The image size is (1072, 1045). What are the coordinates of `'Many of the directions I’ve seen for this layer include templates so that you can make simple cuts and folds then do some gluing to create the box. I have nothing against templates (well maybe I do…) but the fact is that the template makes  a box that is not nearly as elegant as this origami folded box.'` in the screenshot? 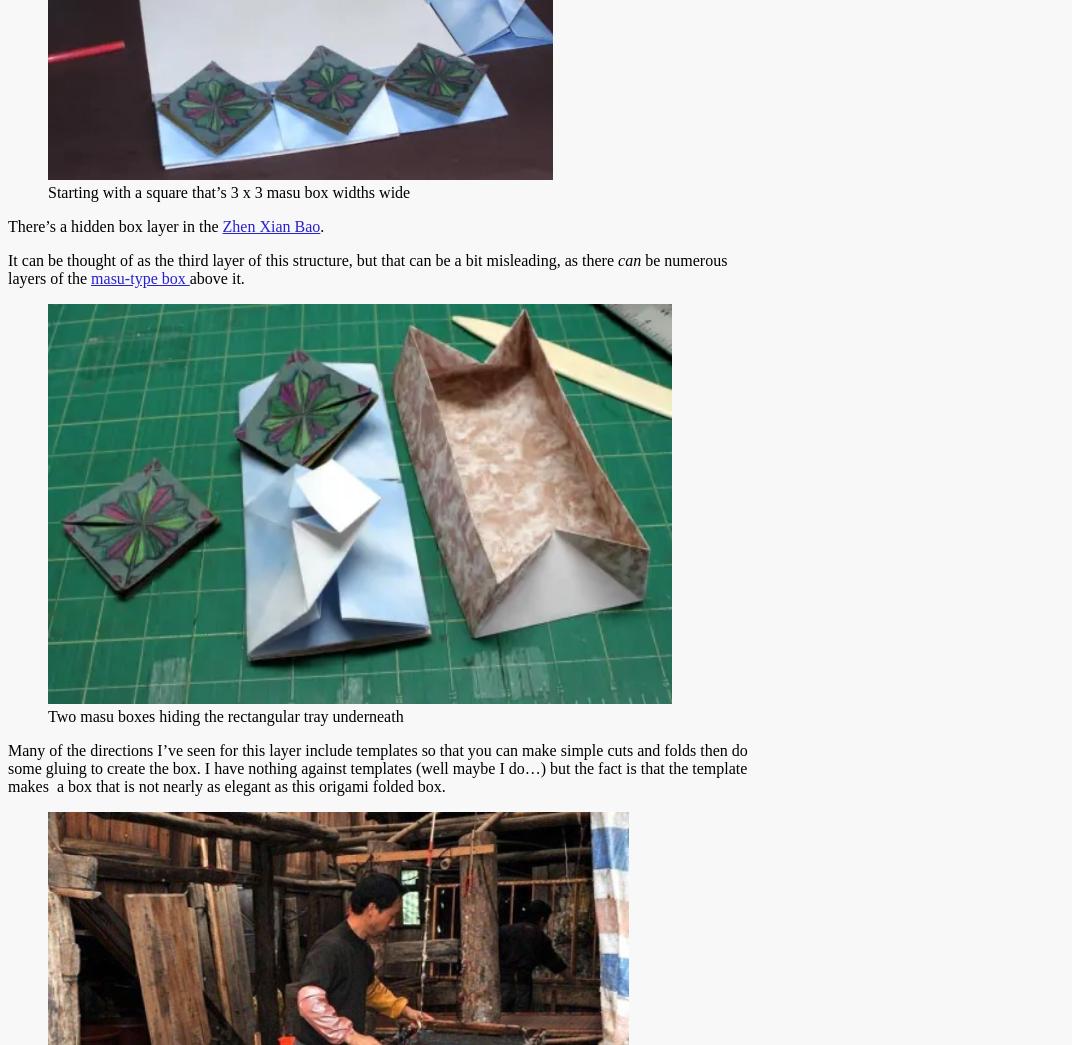 It's located at (377, 768).